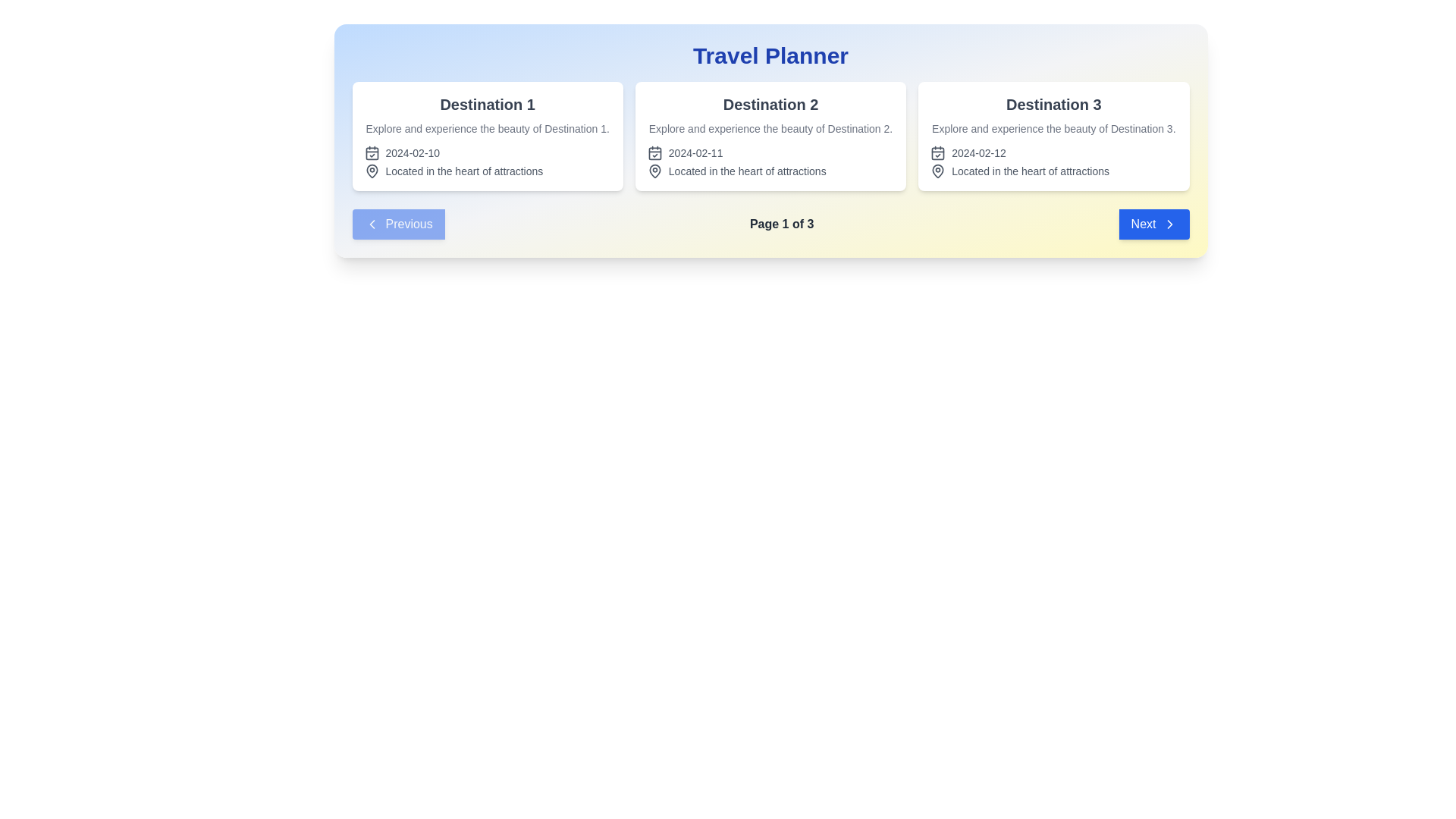 This screenshot has width=1456, height=819. I want to click on the 'Next' button's directional icon, so click(1169, 224).